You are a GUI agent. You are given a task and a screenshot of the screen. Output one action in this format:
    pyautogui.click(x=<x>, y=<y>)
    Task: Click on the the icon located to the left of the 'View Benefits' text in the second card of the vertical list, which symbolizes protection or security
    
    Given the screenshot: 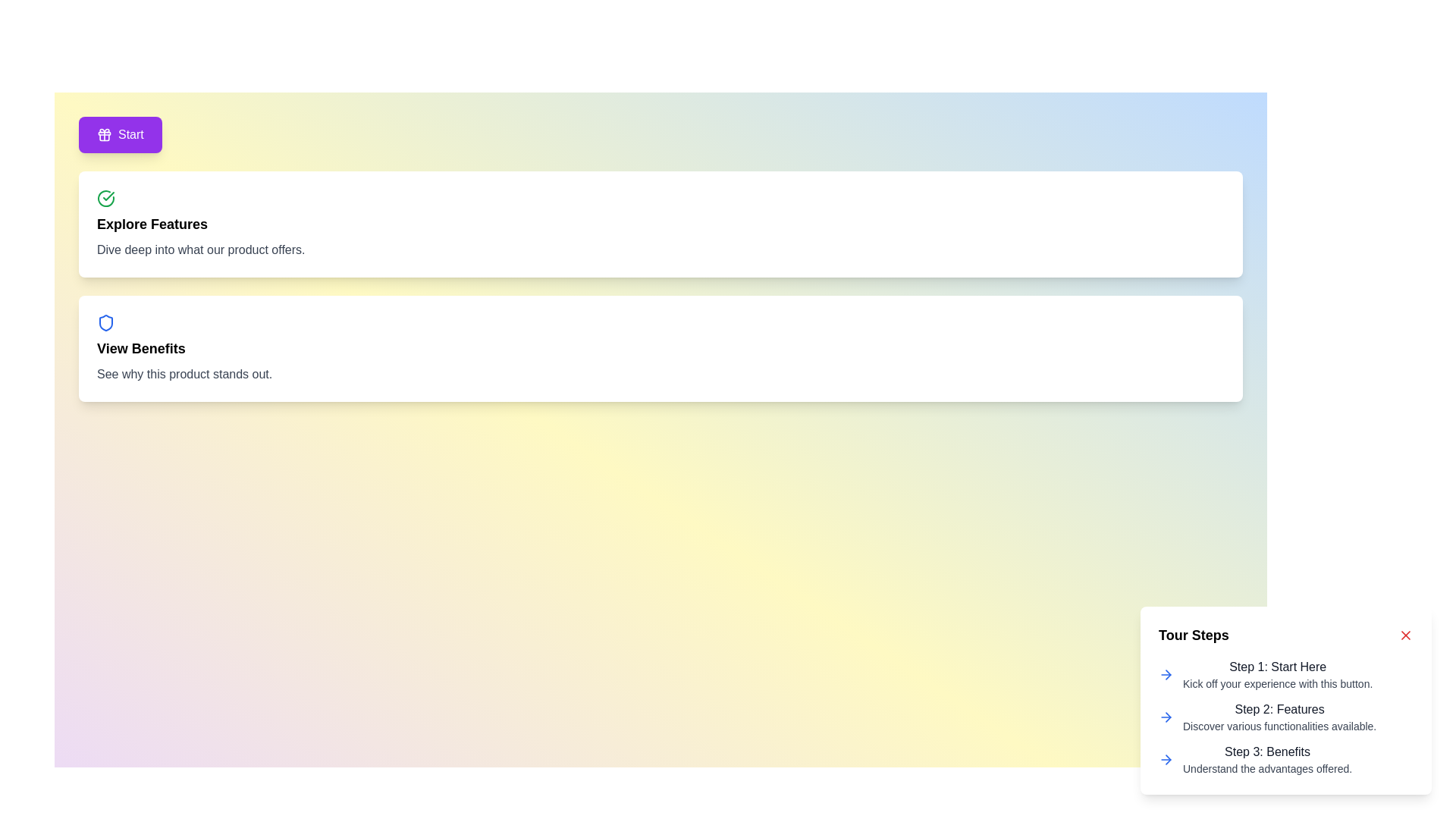 What is the action you would take?
    pyautogui.click(x=105, y=322)
    